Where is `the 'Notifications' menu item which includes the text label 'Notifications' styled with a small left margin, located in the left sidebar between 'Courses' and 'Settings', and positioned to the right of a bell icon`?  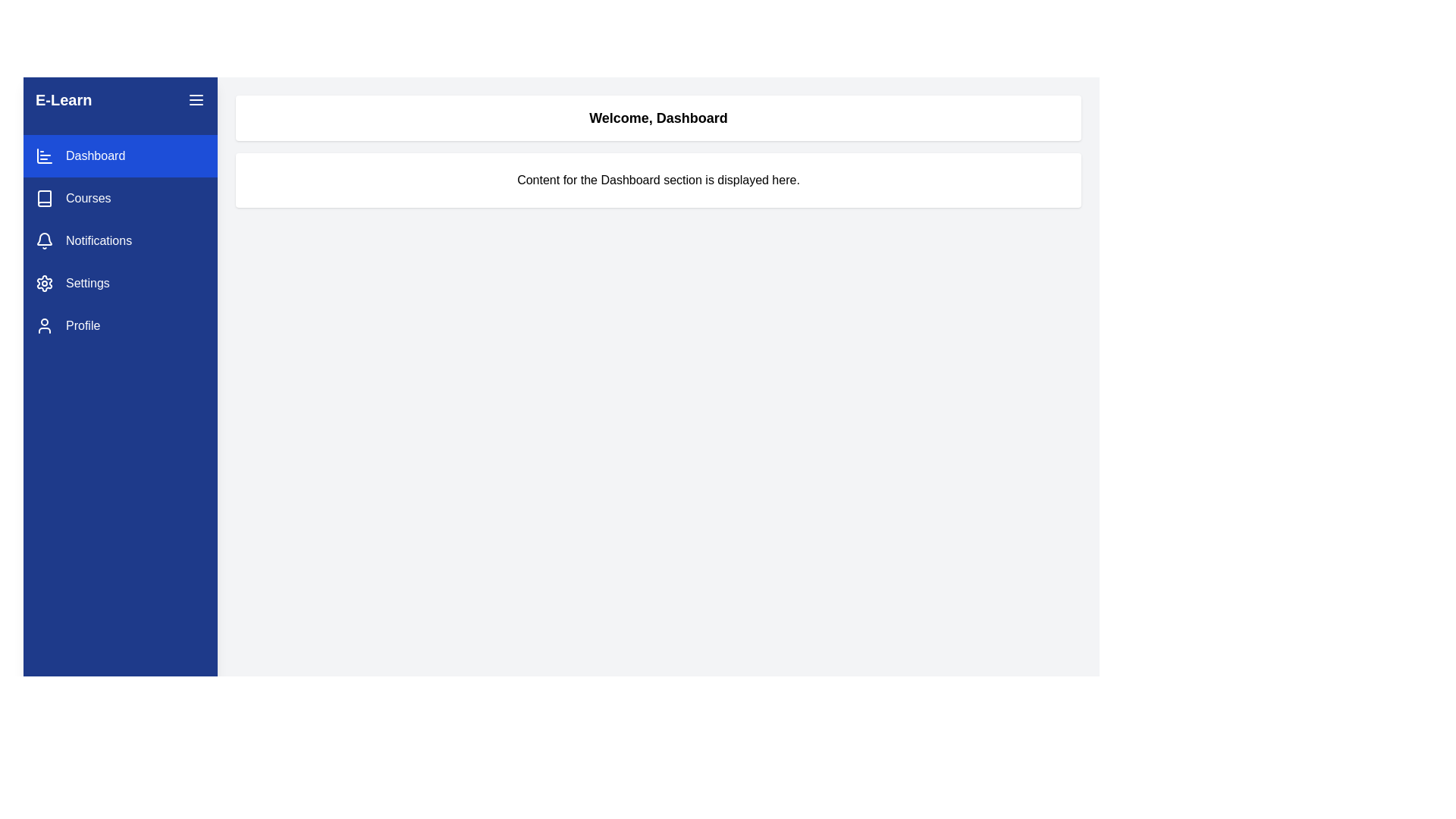 the 'Notifications' menu item which includes the text label 'Notifications' styled with a small left margin, located in the left sidebar between 'Courses' and 'Settings', and positioned to the right of a bell icon is located at coordinates (98, 240).